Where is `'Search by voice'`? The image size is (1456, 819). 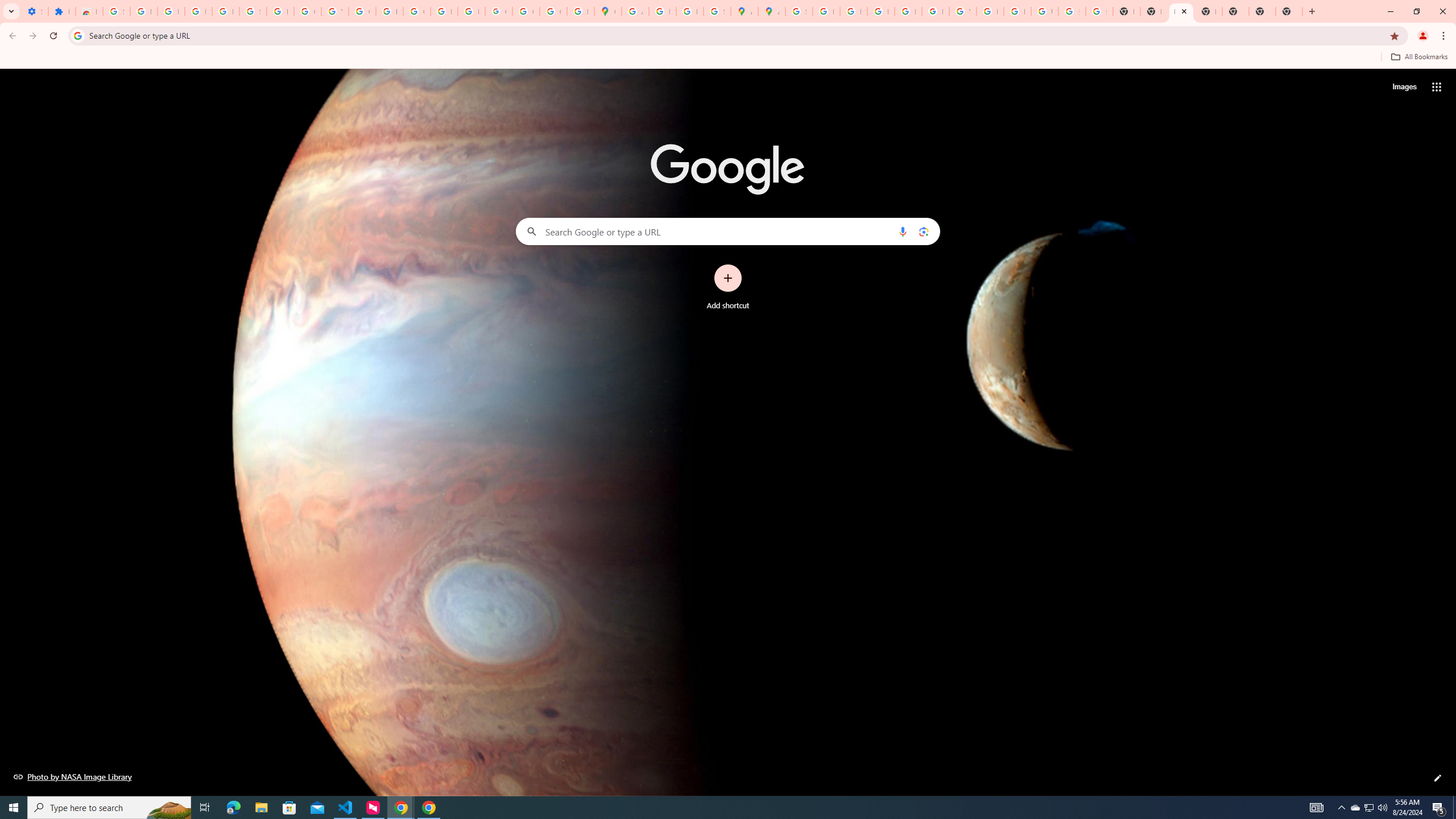
'Search by voice' is located at coordinates (902, 230).